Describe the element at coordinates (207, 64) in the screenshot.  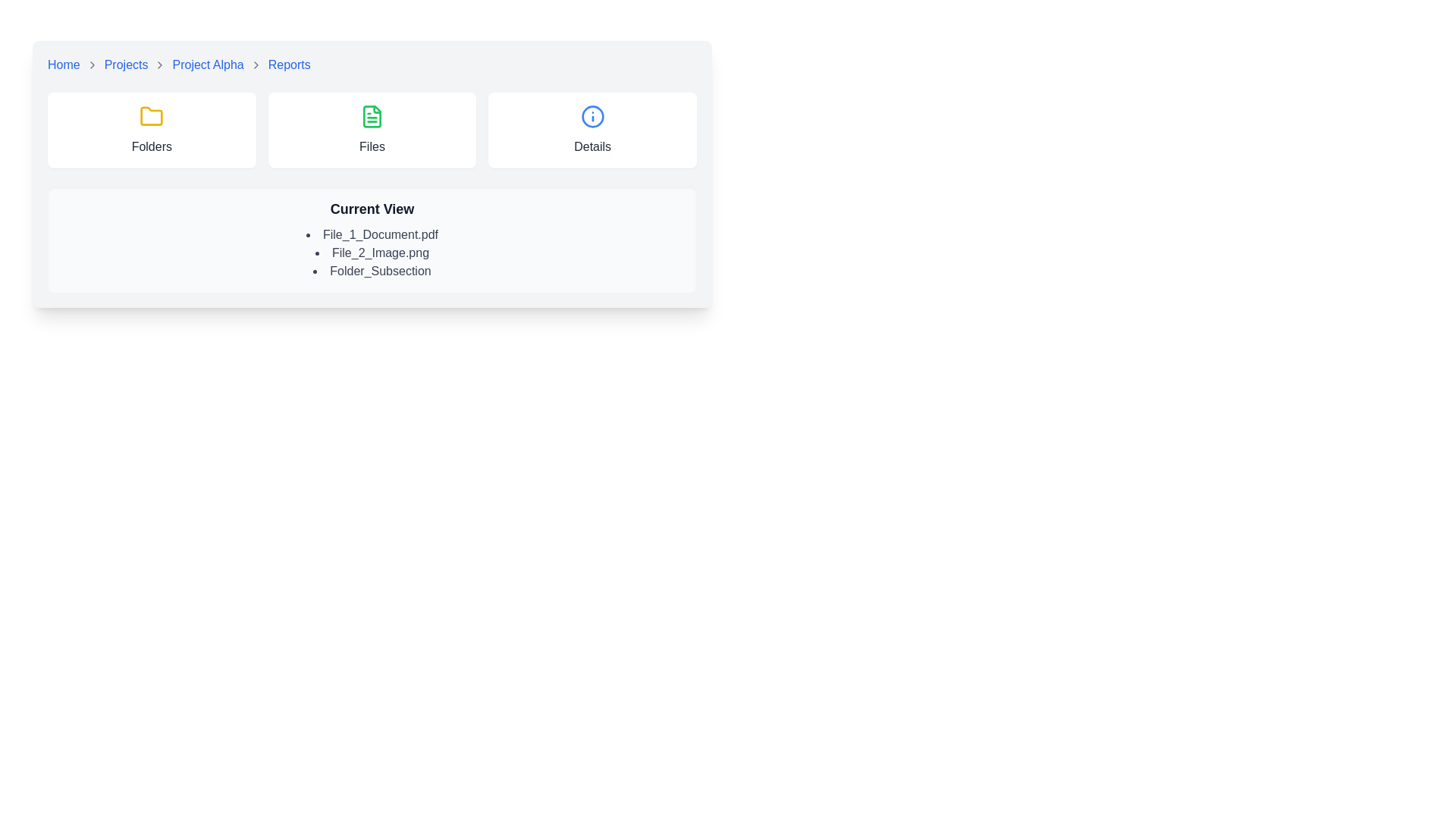
I see `the 'Project Alpha' hyperlink in the breadcrumb navigation bar` at that location.